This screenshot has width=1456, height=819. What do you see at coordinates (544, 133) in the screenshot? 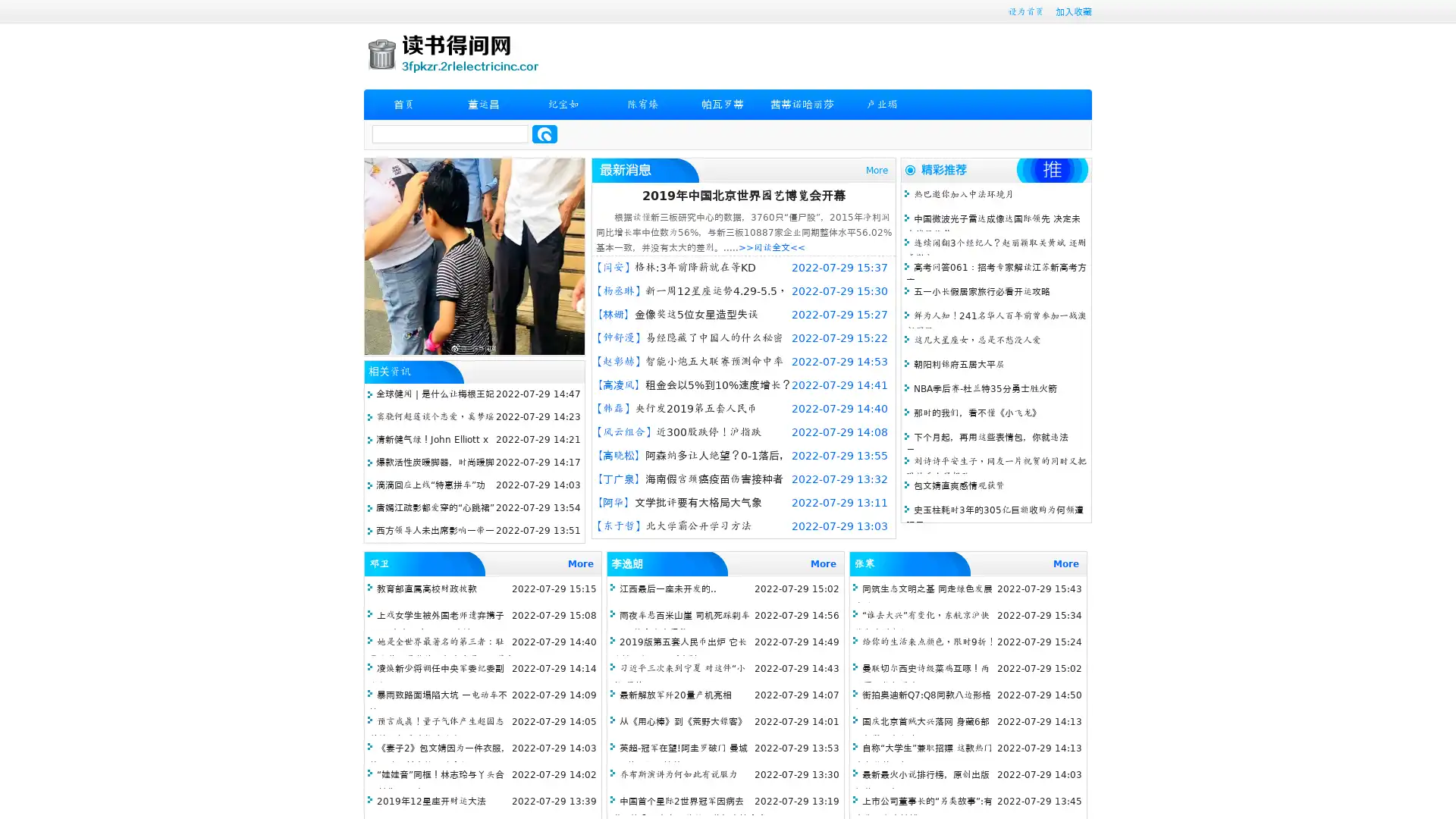
I see `Search` at bounding box center [544, 133].